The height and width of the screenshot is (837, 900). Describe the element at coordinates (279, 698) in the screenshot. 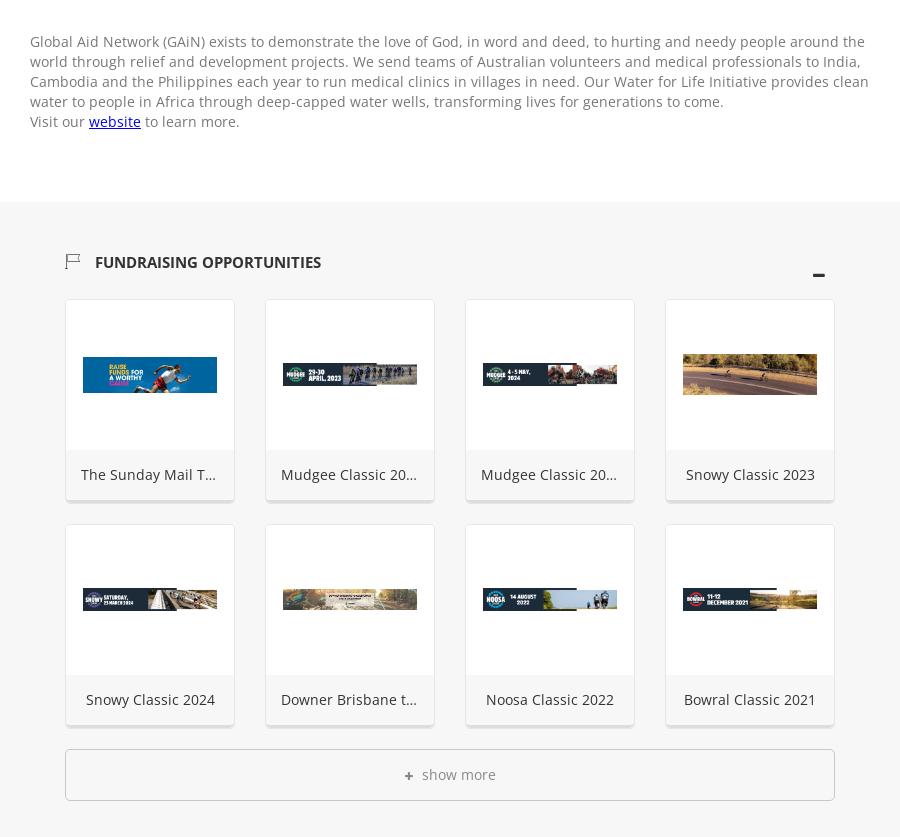

I see `'Downer Brisbane to Gold Coast Cycle Challenge 2022'` at that location.